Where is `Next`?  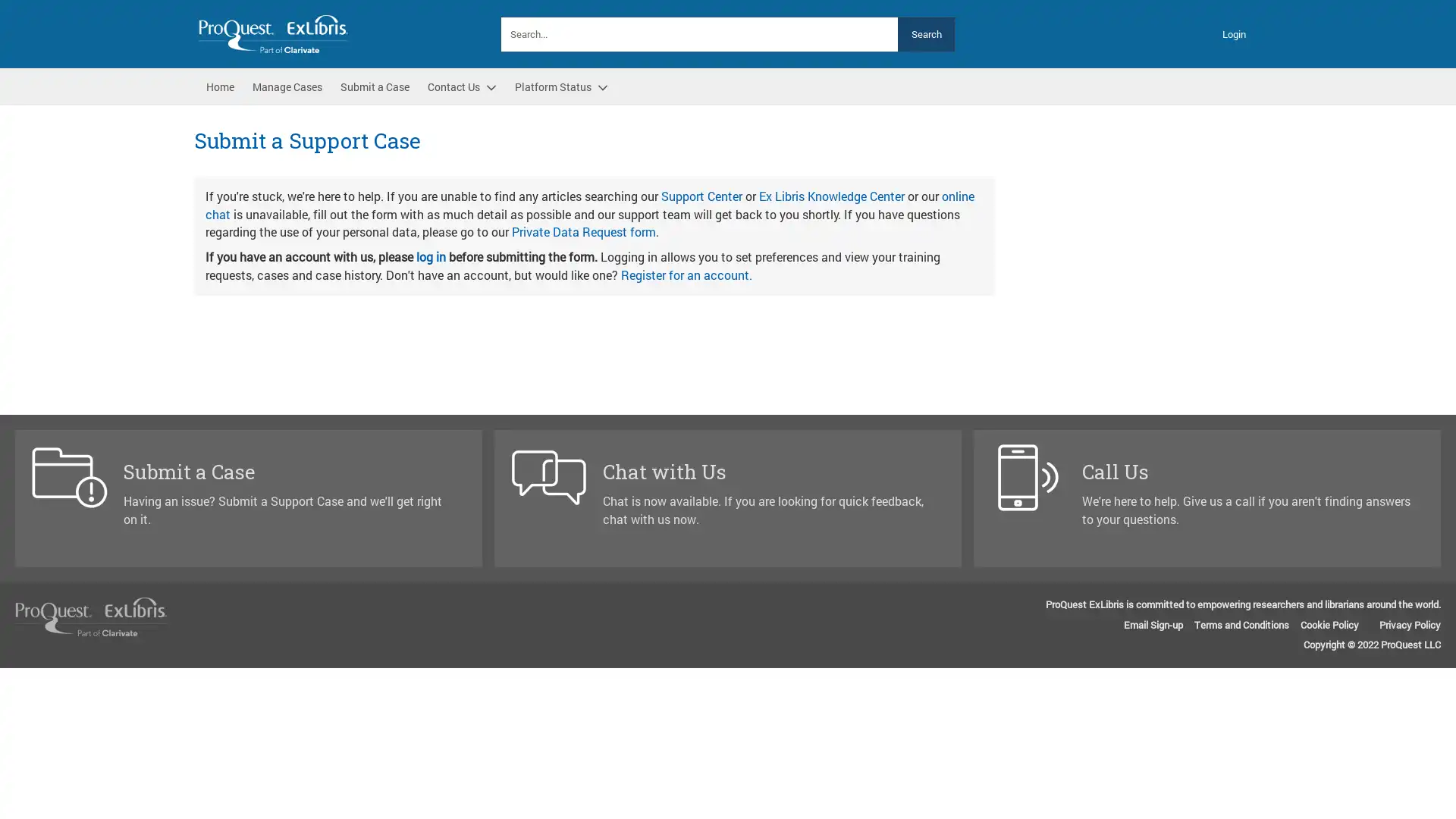 Next is located at coordinates (870, 418).